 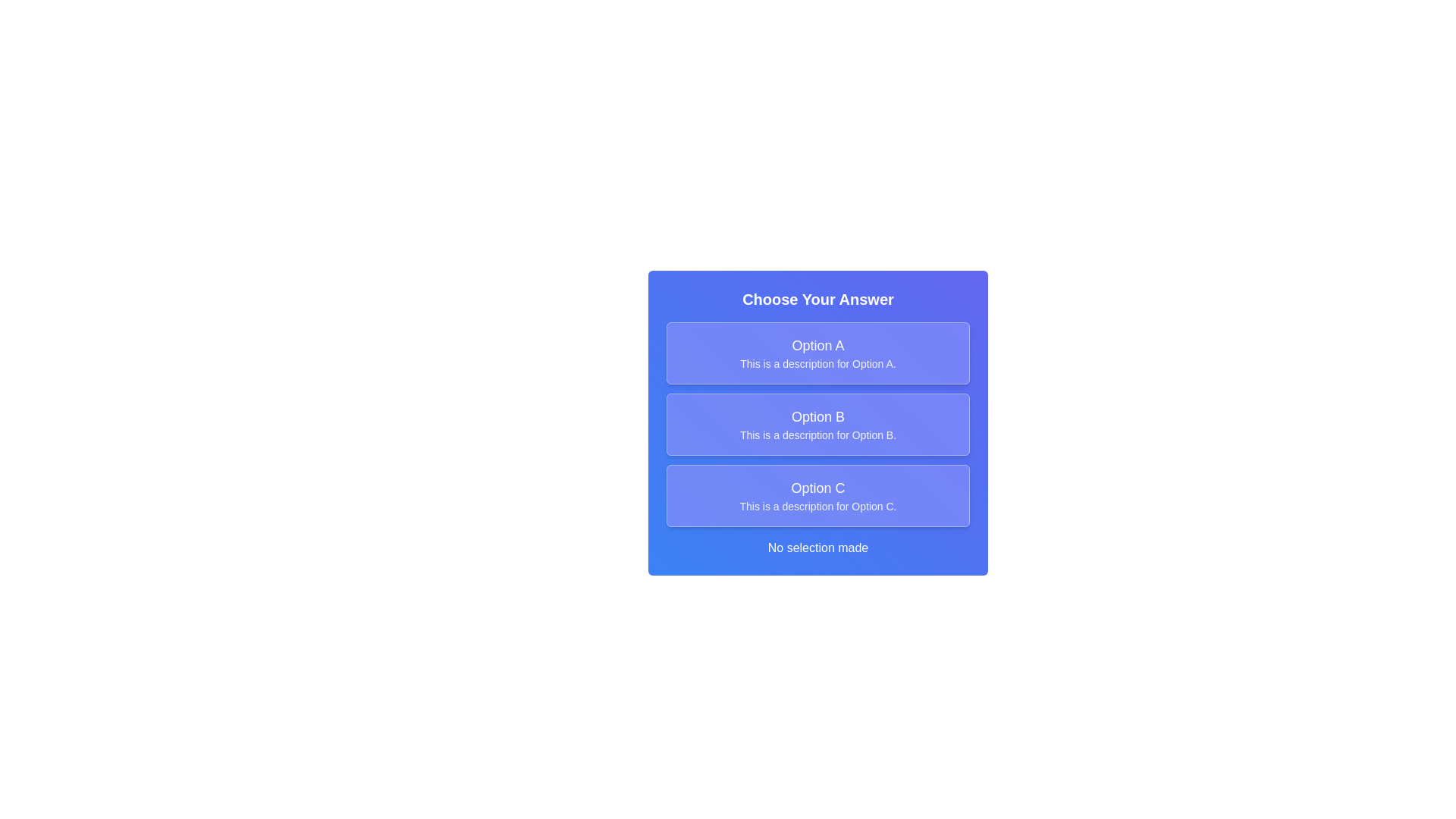 What do you see at coordinates (817, 488) in the screenshot?
I see `the text label for 'Option C,' which serves as the identifier for this specific option in the vertical list of options` at bounding box center [817, 488].